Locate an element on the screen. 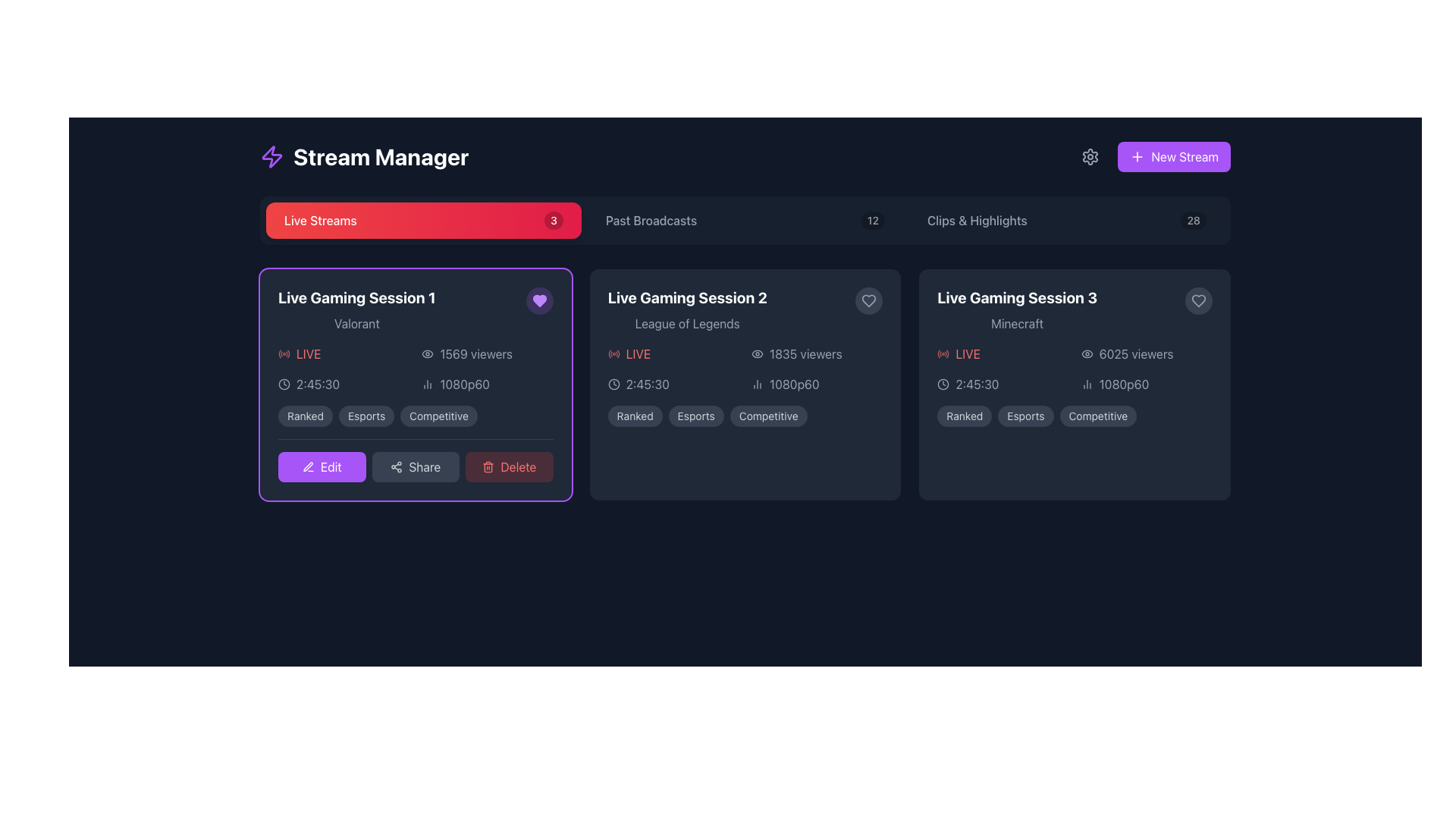  the icon or pictogram located to the left of the '1080p60' text within the 'Live Gaming Session 1' card is located at coordinates (427, 383).